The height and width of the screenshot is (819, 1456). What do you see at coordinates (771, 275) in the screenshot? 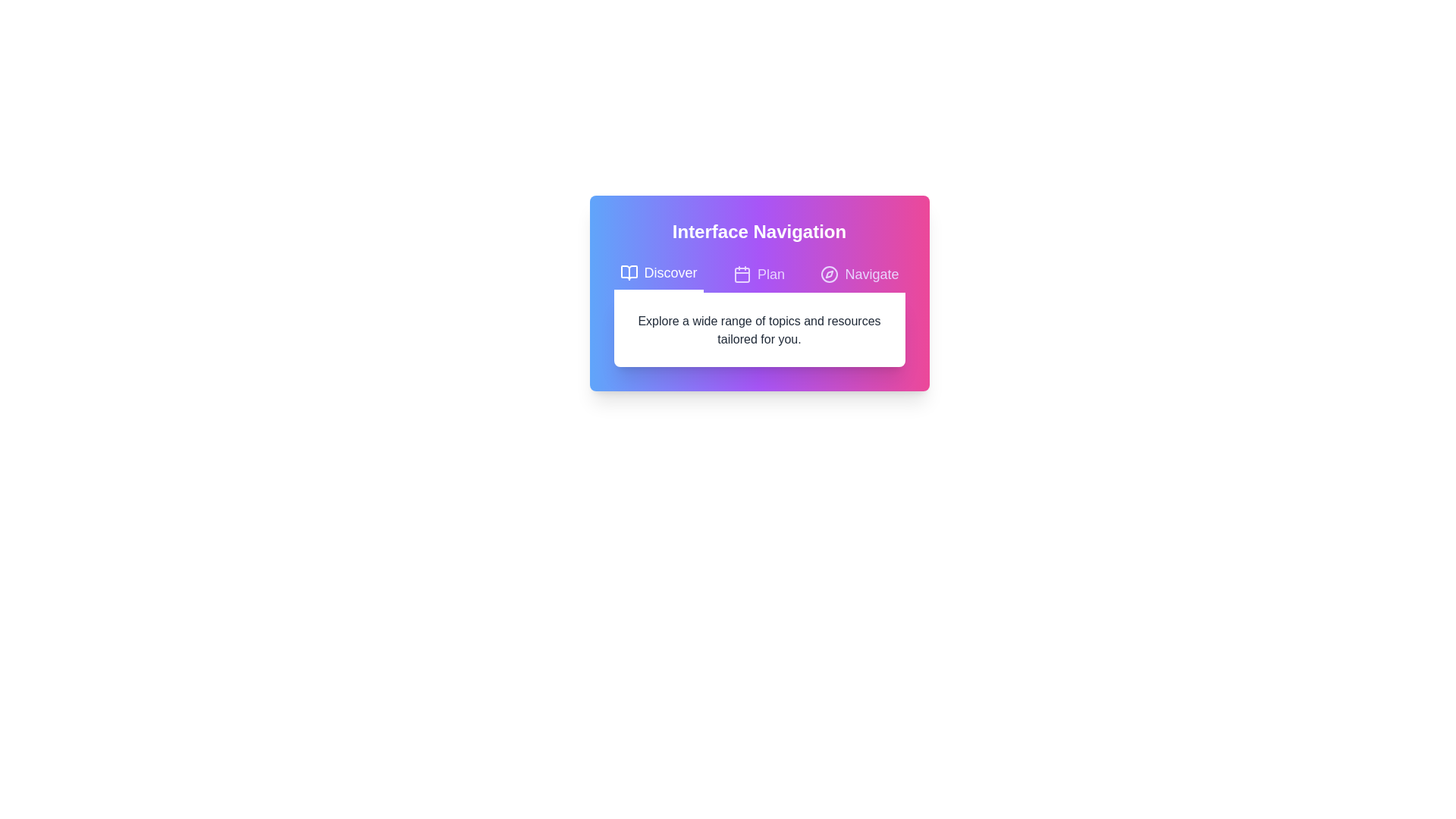
I see `the static text label displaying 'Plan' which is centrally located in the purple tab header` at bounding box center [771, 275].